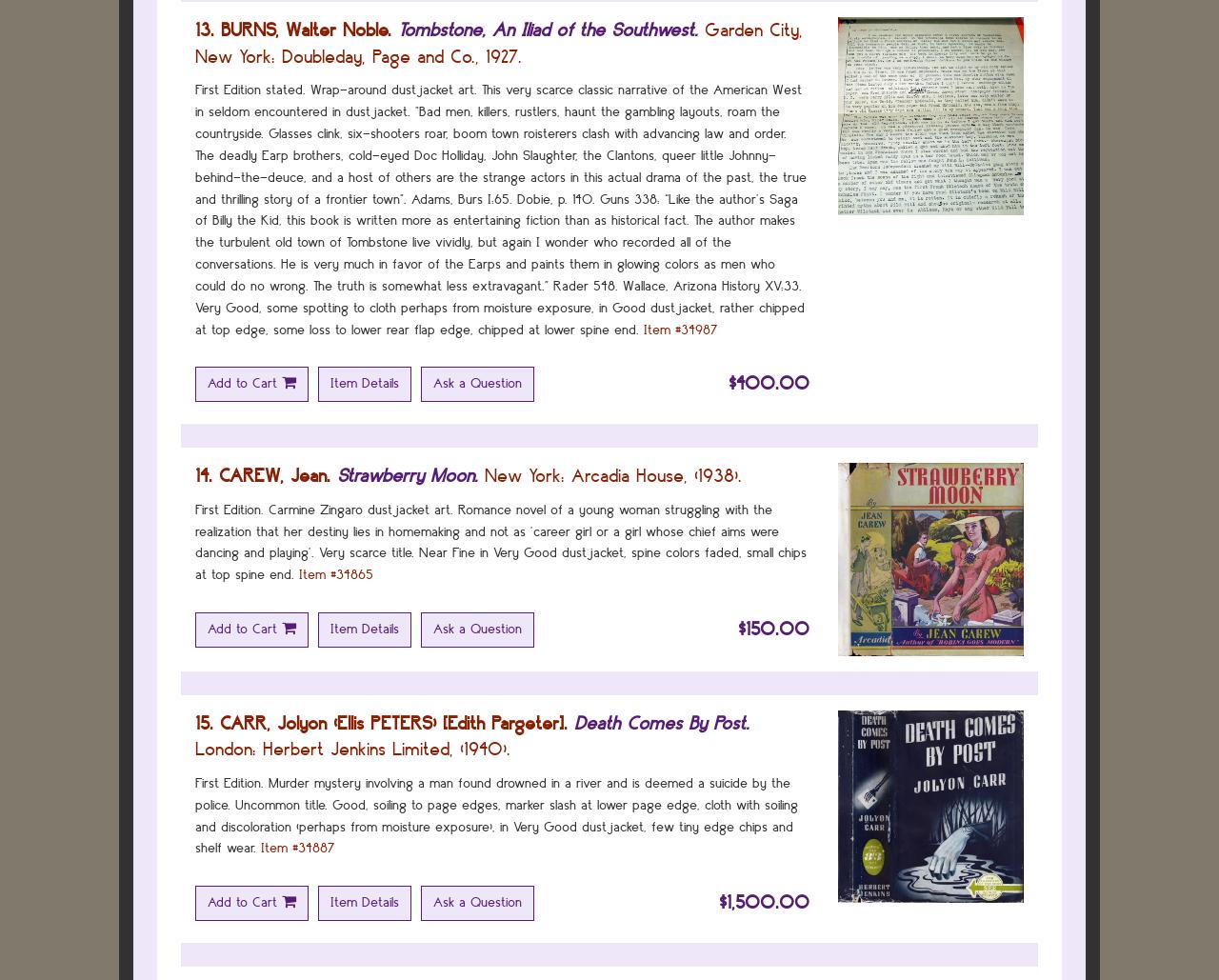  Describe the element at coordinates (358, 749) in the screenshot. I see `'Herbert Jenkins Limited,'` at that location.